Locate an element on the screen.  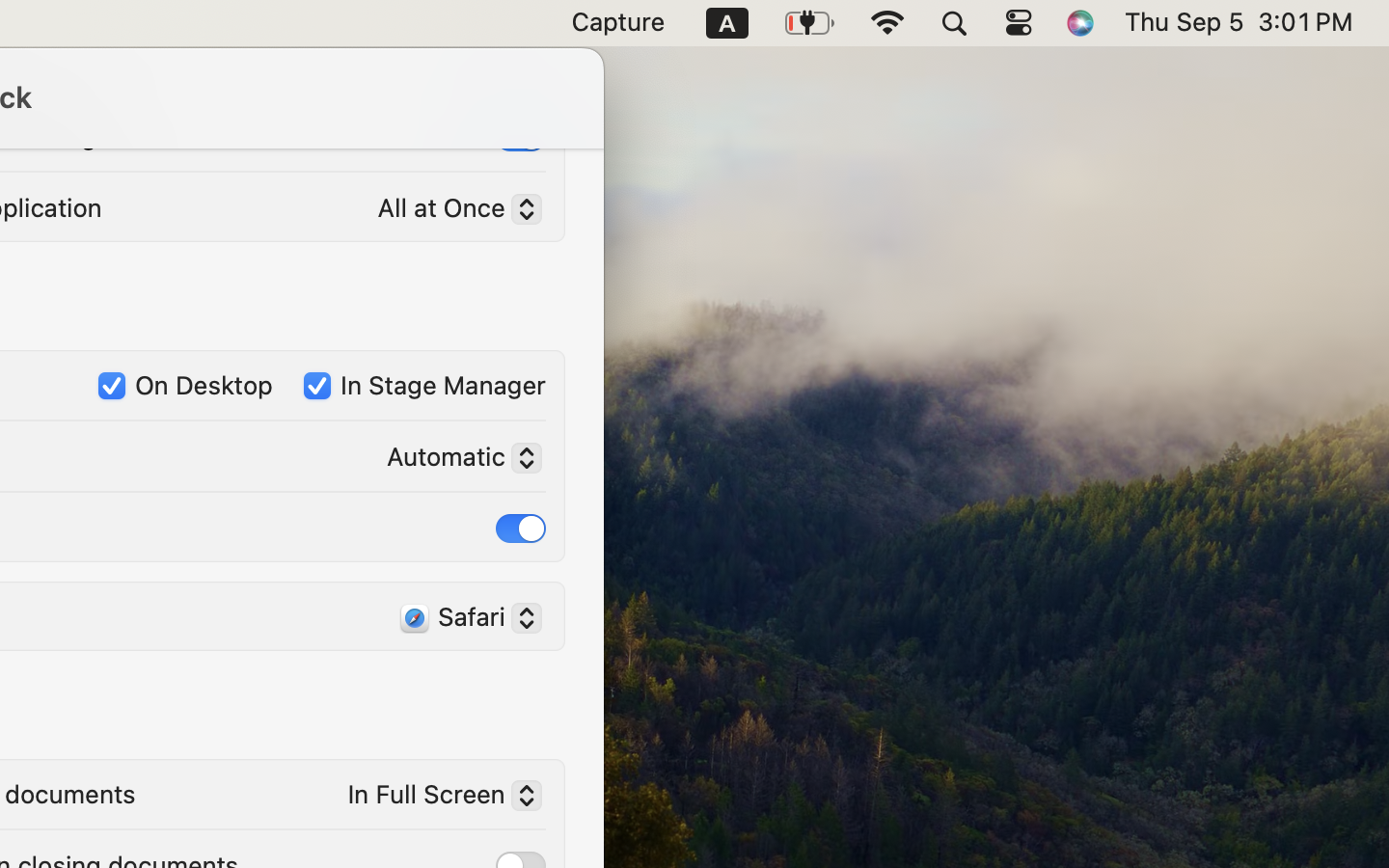
'Safari' is located at coordinates (462, 619).